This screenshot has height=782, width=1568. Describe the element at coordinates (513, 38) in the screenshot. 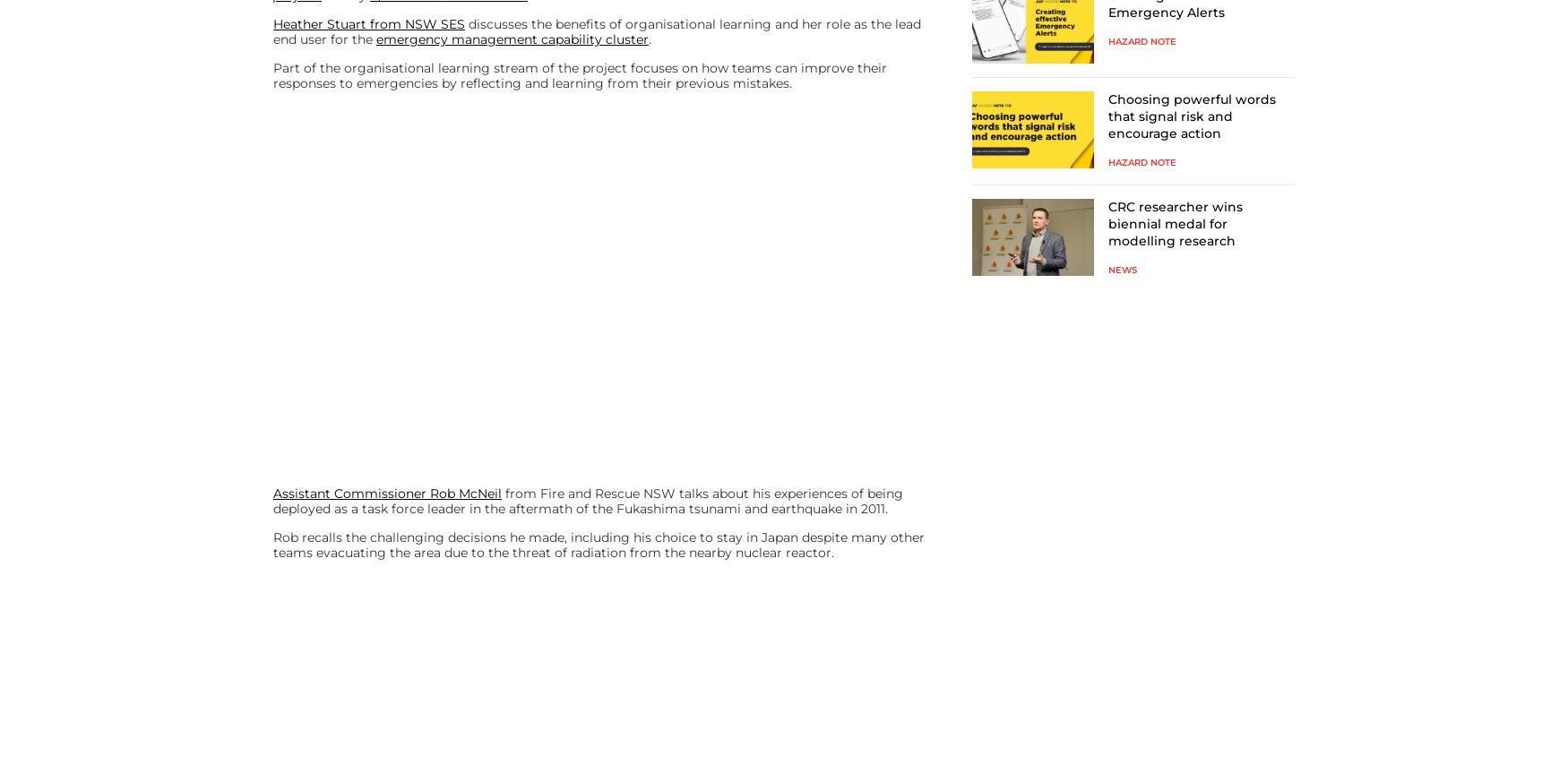

I see `'emergency management capability cluster'` at that location.